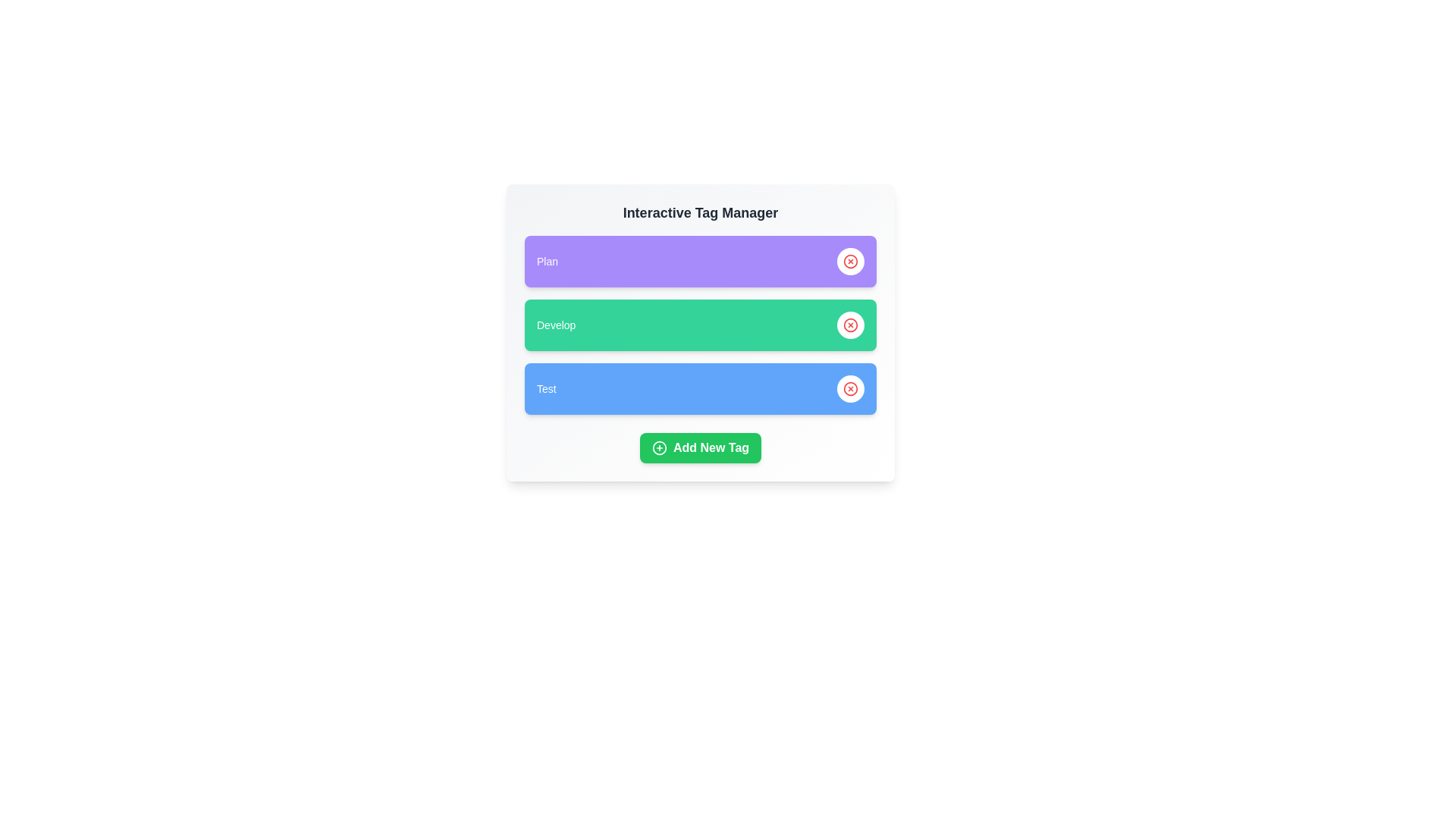 The width and height of the screenshot is (1456, 819). What do you see at coordinates (851, 388) in the screenshot?
I see `the close button next to the tag labeled Test to remove it` at bounding box center [851, 388].